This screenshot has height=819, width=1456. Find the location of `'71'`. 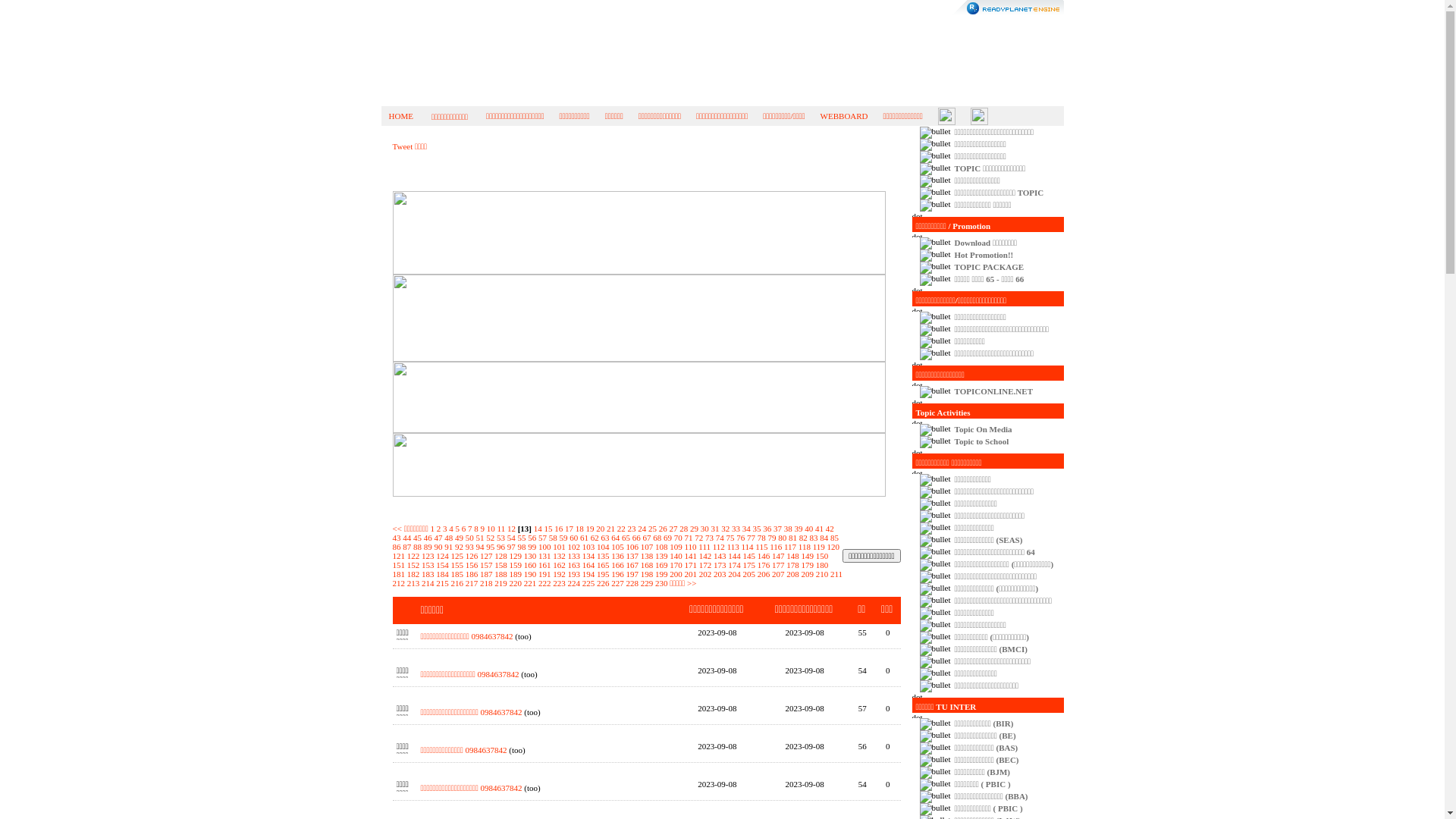

'71' is located at coordinates (687, 537).